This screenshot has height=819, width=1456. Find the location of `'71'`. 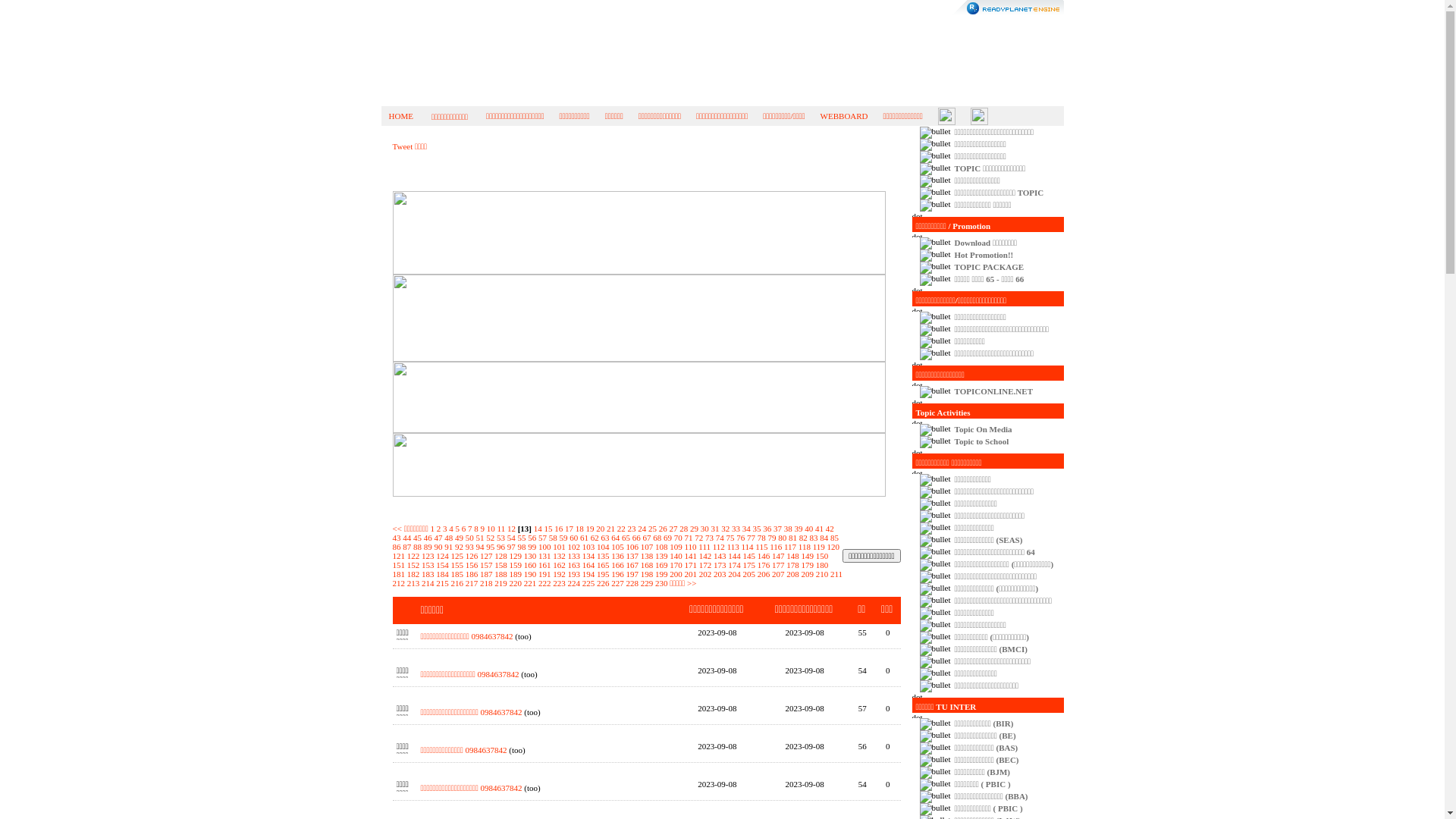

'71' is located at coordinates (687, 537).